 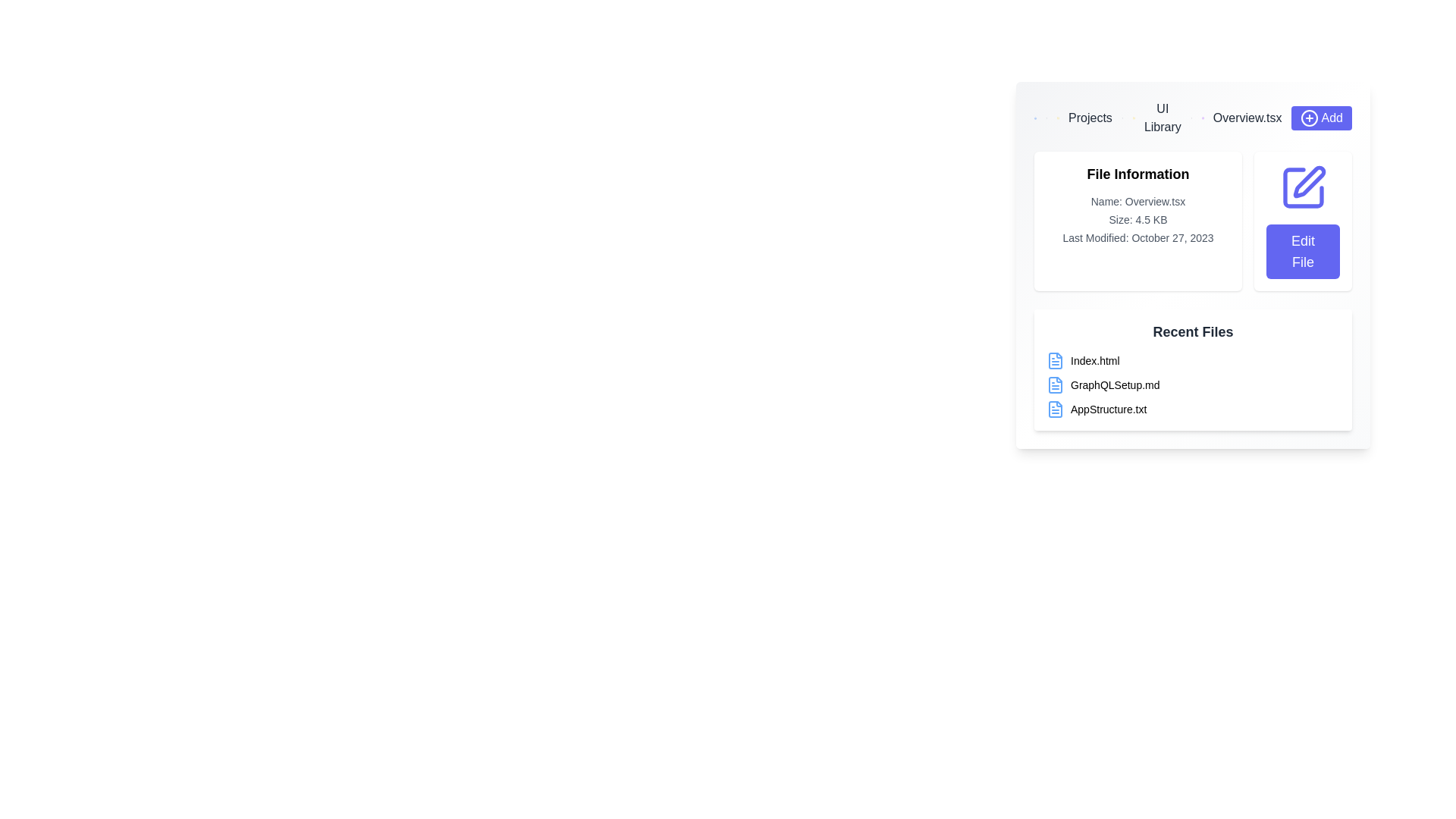 What do you see at coordinates (1055, 360) in the screenshot?
I see `the SVG icon representing a document with lines, styled in blue, located to the left of the file name 'Index.html' in the 'Recent Files' section to possibly view additional information` at bounding box center [1055, 360].